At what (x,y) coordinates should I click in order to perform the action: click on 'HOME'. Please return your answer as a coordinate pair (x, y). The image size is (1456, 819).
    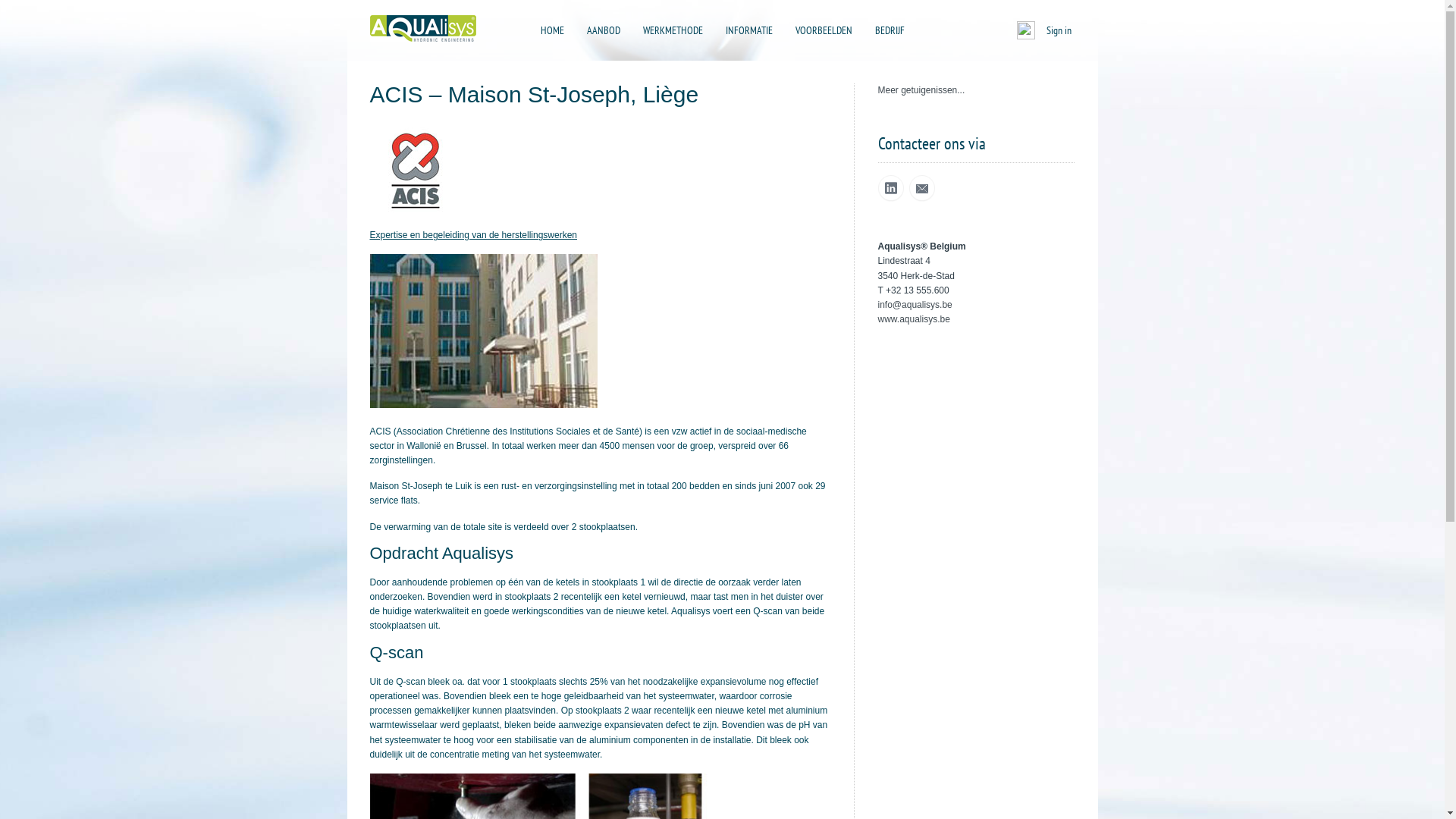
    Looking at the image, I should click on (551, 30).